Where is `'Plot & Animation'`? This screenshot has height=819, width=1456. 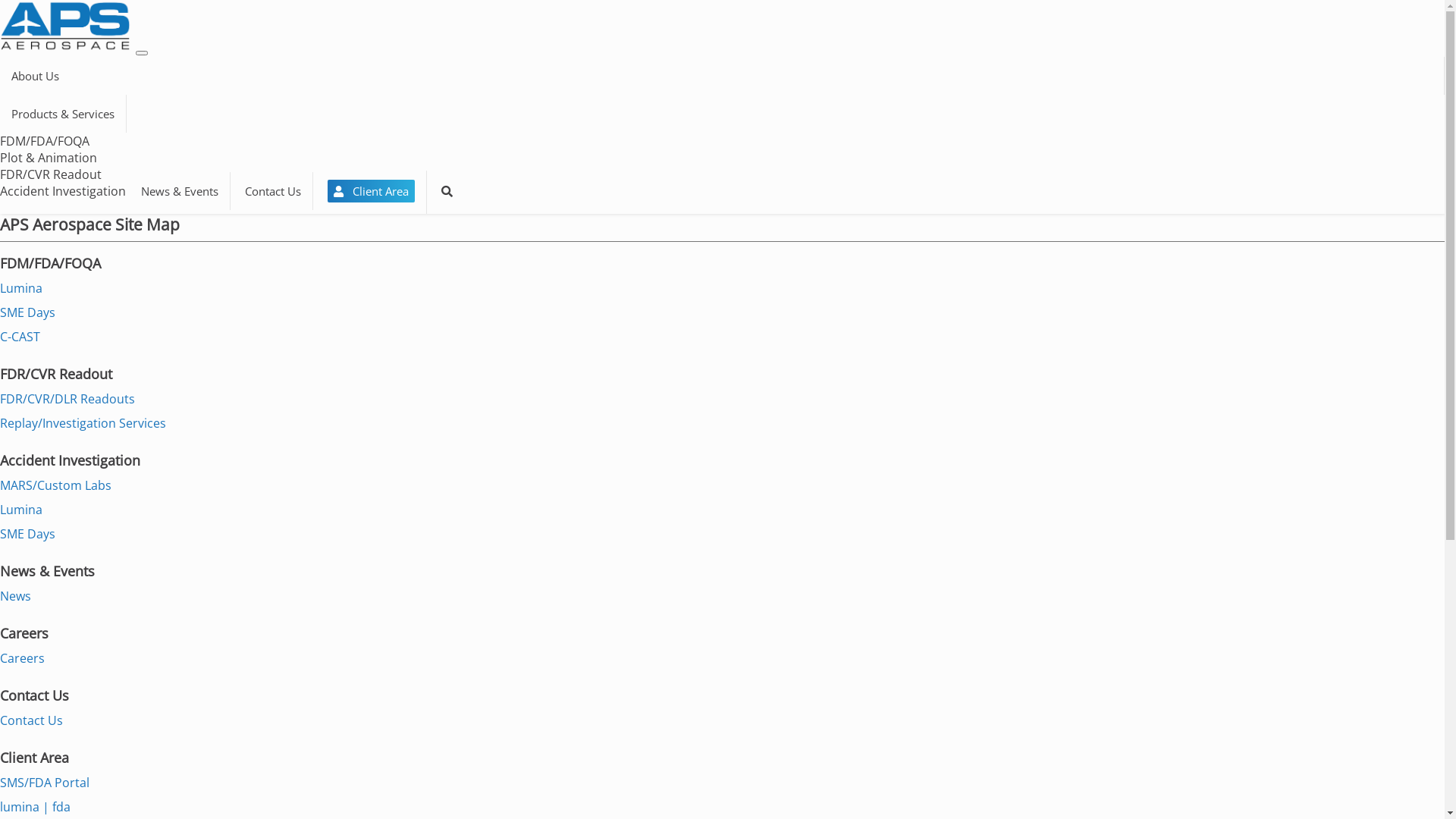
'Plot & Animation' is located at coordinates (48, 158).